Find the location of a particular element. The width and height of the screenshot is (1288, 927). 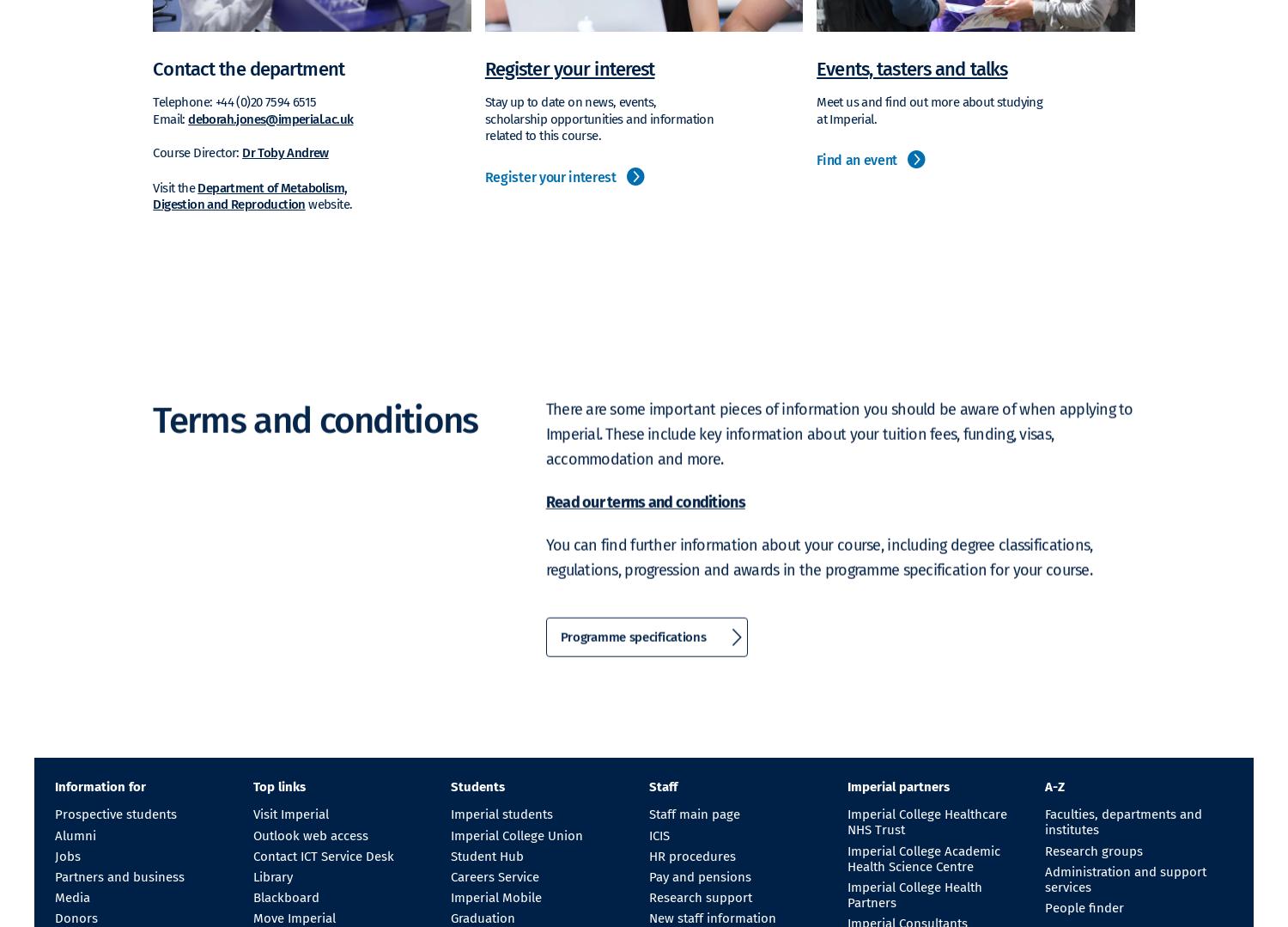

'Imperial College Union' is located at coordinates (515, 833).